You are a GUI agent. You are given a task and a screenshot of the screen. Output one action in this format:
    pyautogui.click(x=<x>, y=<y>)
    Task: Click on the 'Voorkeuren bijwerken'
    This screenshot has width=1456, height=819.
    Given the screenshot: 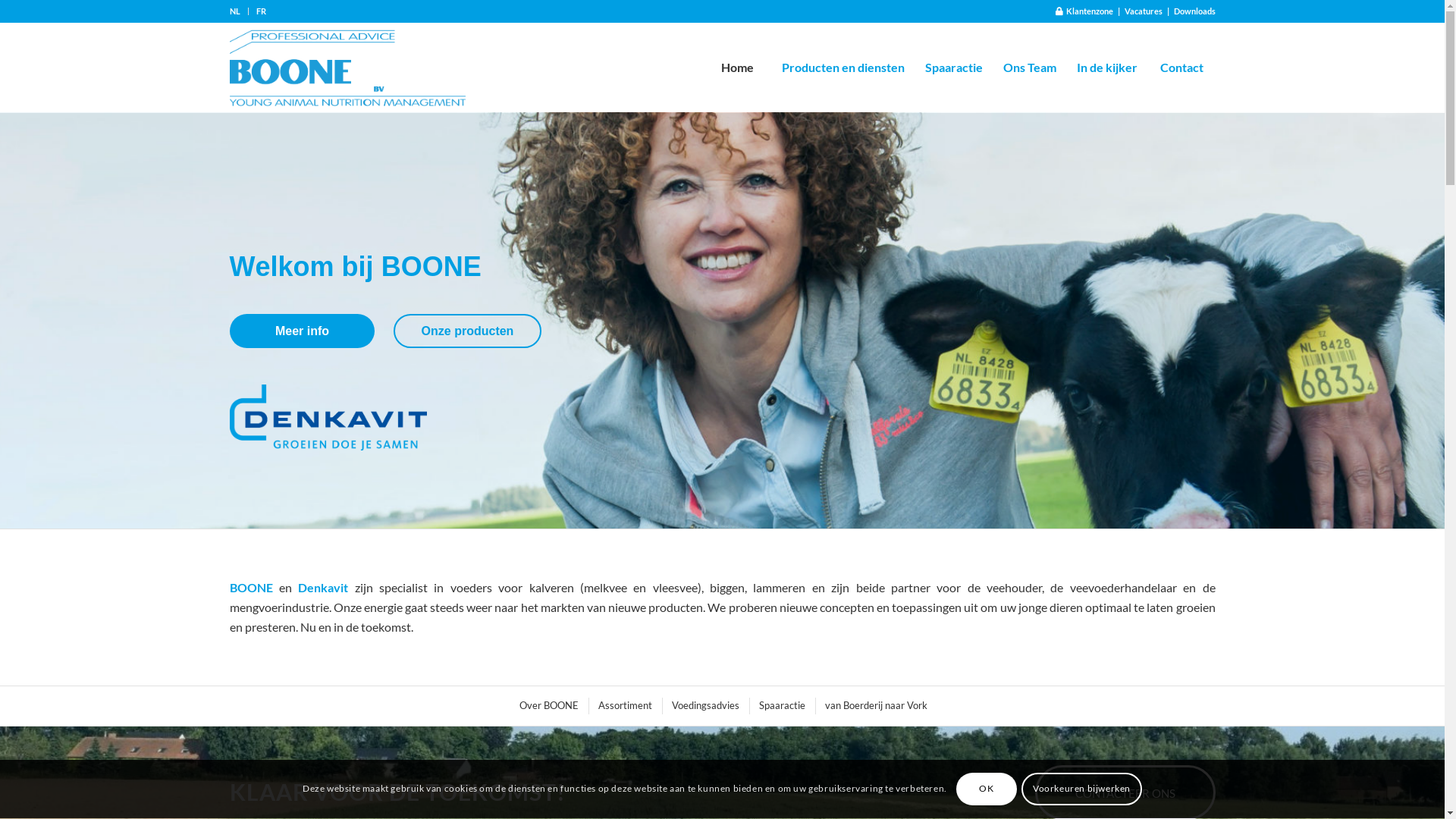 What is the action you would take?
    pyautogui.click(x=1081, y=789)
    